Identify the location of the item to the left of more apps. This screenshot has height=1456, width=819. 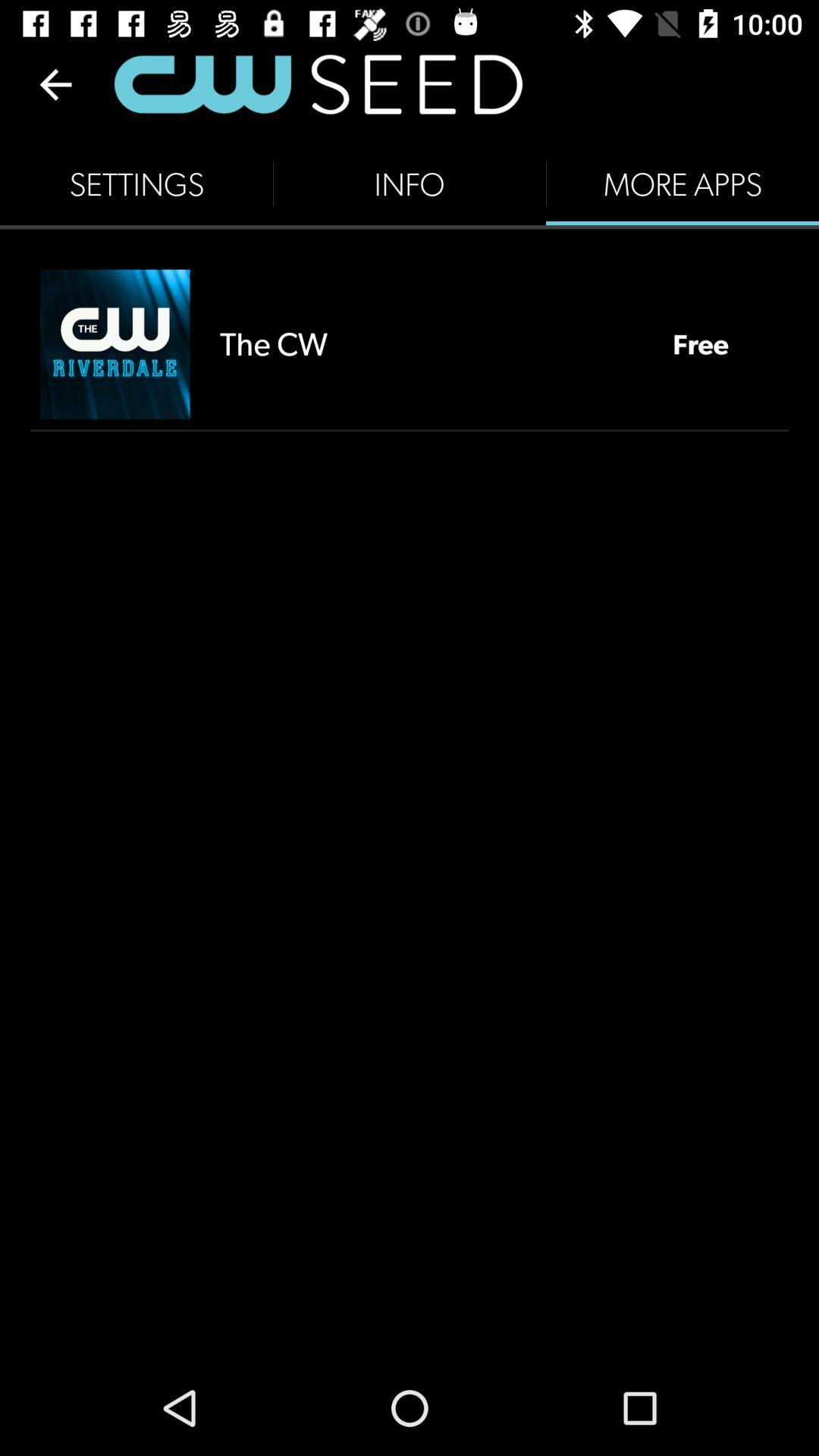
(409, 184).